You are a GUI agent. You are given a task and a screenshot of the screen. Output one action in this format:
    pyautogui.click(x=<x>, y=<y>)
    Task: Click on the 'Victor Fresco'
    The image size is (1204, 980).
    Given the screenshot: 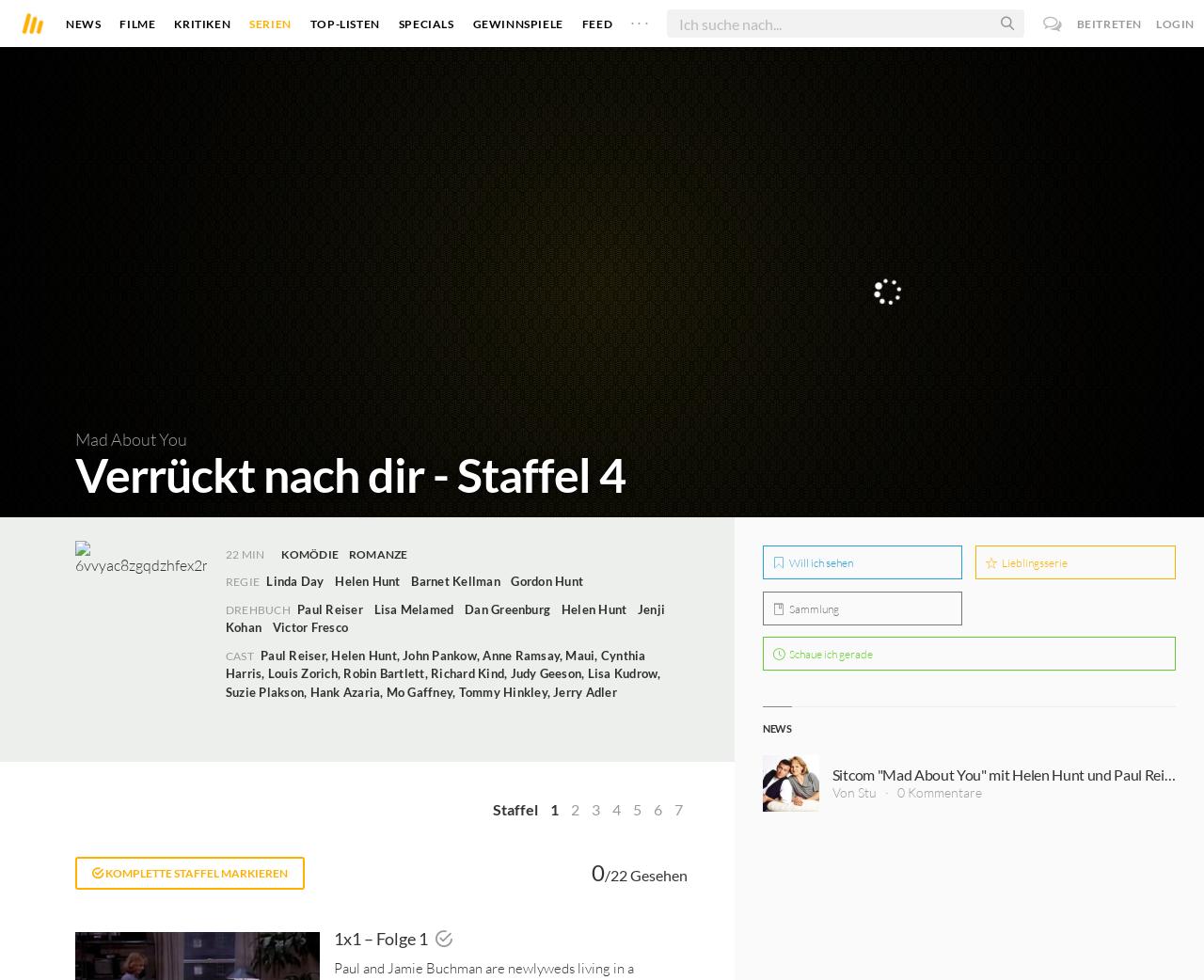 What is the action you would take?
    pyautogui.click(x=309, y=626)
    